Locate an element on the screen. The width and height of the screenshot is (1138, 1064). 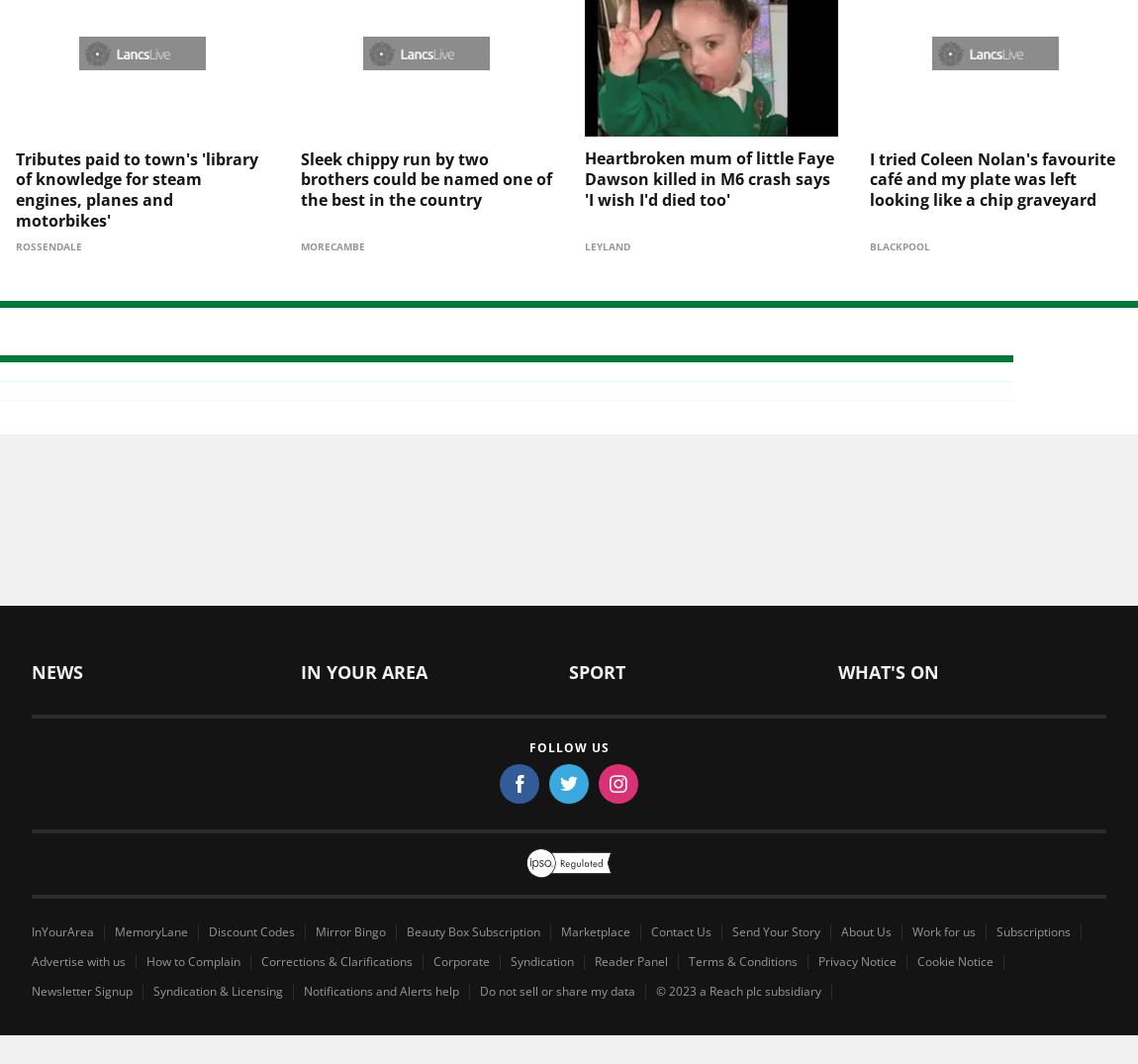
'Beauty Box Subscription' is located at coordinates (473, 897).